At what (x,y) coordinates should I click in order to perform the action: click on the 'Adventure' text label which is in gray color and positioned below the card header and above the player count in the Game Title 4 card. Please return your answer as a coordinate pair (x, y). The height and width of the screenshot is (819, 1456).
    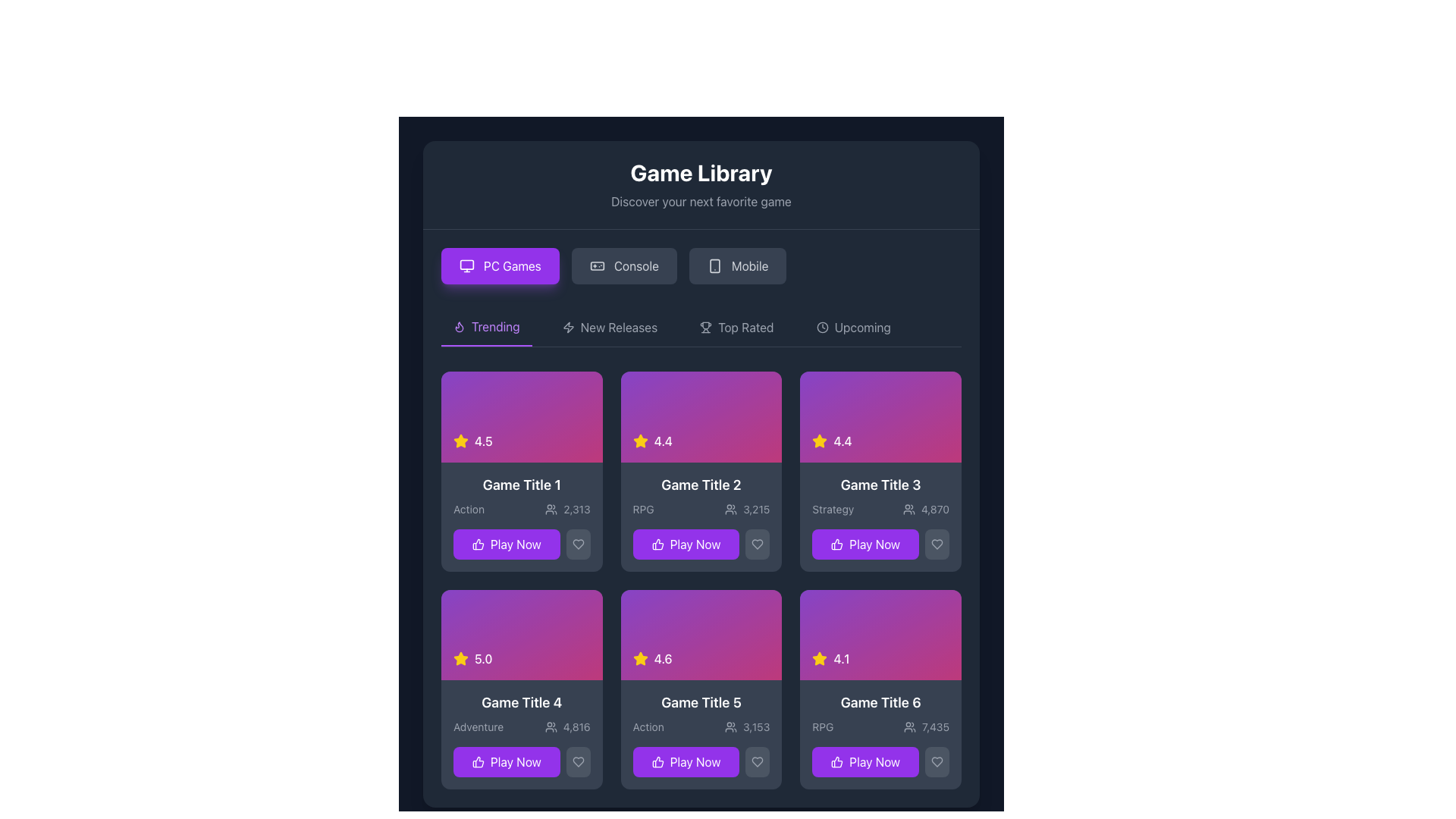
    Looking at the image, I should click on (478, 726).